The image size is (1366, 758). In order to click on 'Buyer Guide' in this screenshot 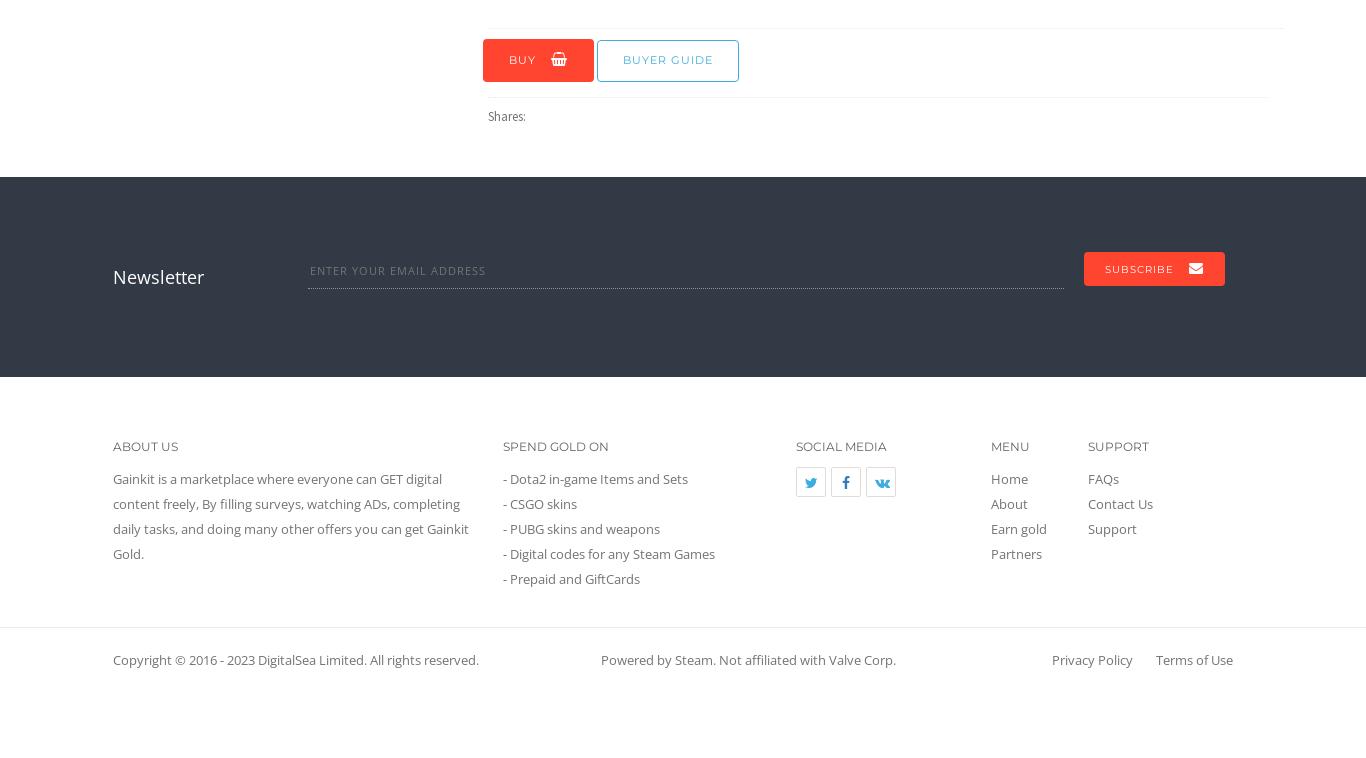, I will do `click(666, 57)`.